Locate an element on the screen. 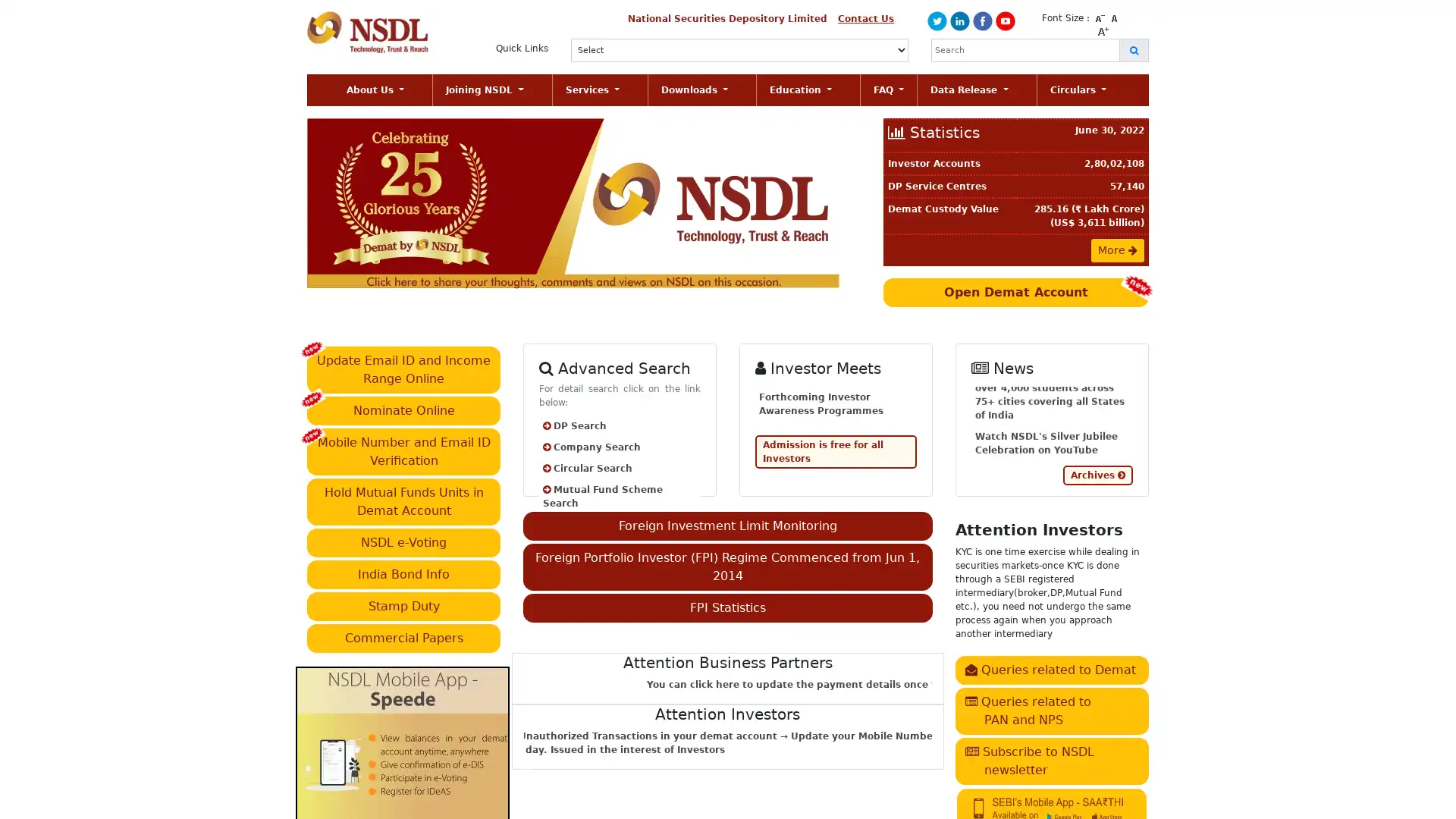 Image resolution: width=1456 pixels, height=819 pixels. Foreign Investment Limit Monitoring is located at coordinates (726, 525).